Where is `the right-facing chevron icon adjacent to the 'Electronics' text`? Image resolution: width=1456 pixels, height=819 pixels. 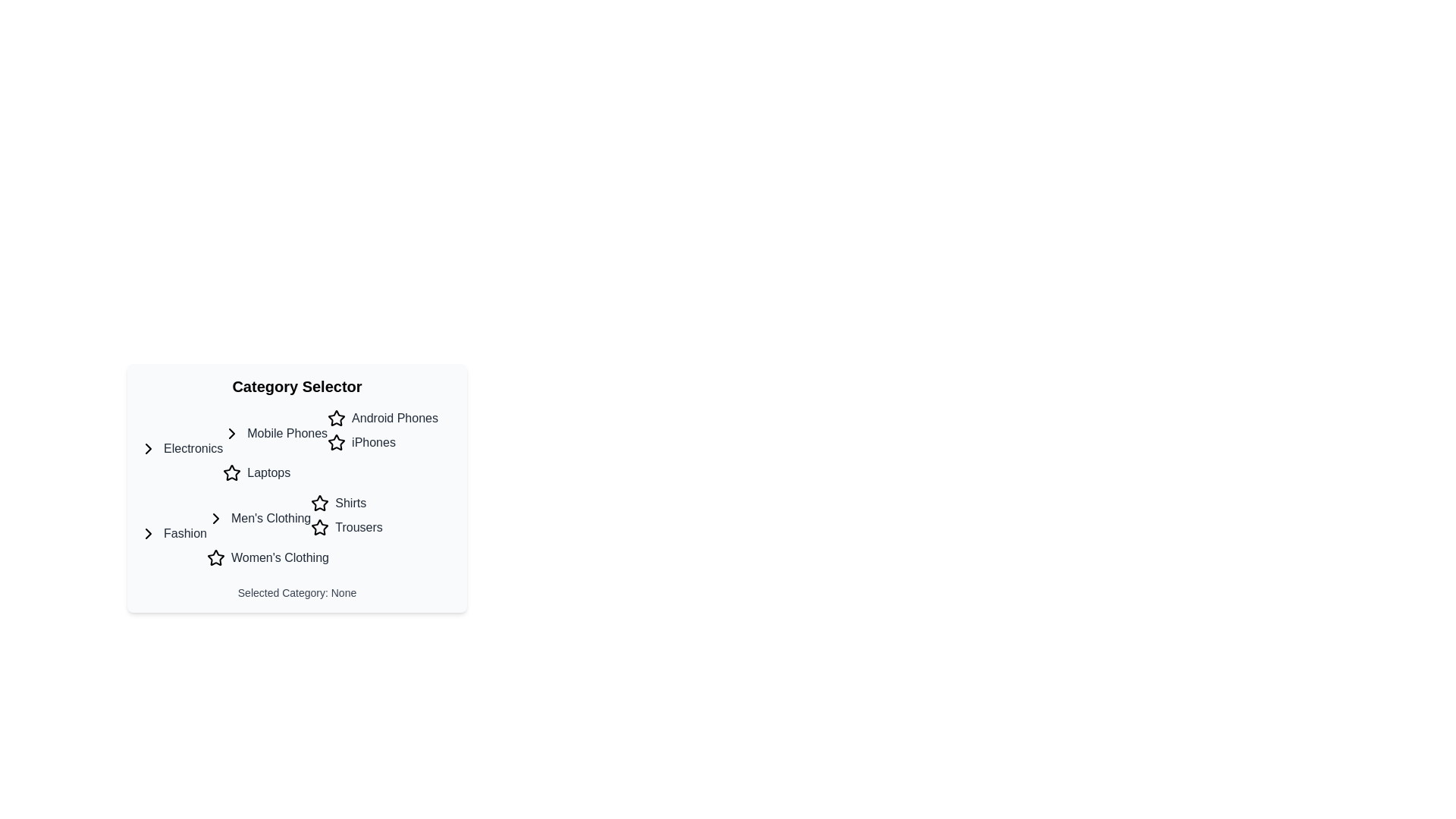
the right-facing chevron icon adjacent to the 'Electronics' text is located at coordinates (149, 447).